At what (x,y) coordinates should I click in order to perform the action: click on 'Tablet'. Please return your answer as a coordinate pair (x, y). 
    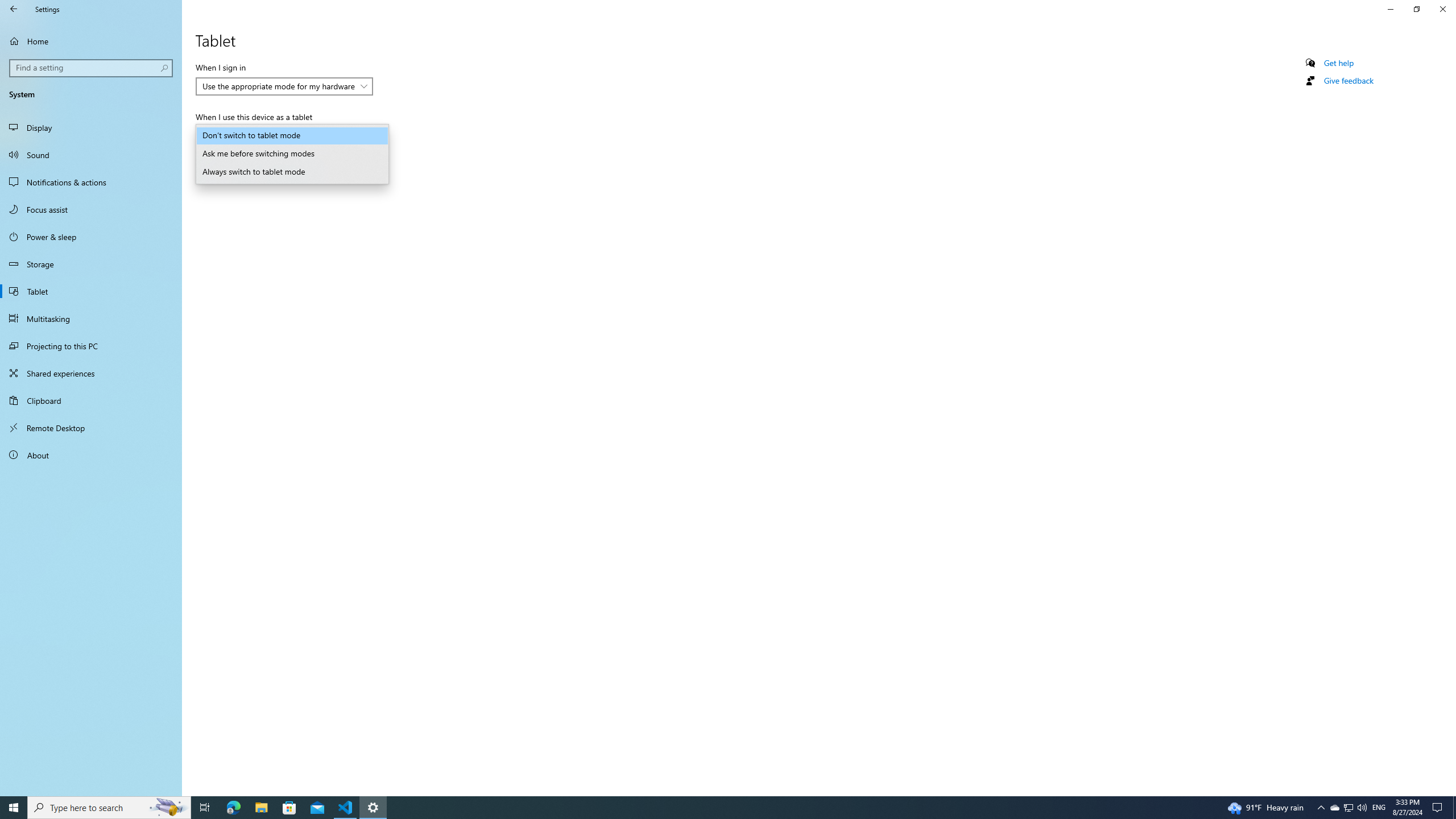
    Looking at the image, I should click on (90, 290).